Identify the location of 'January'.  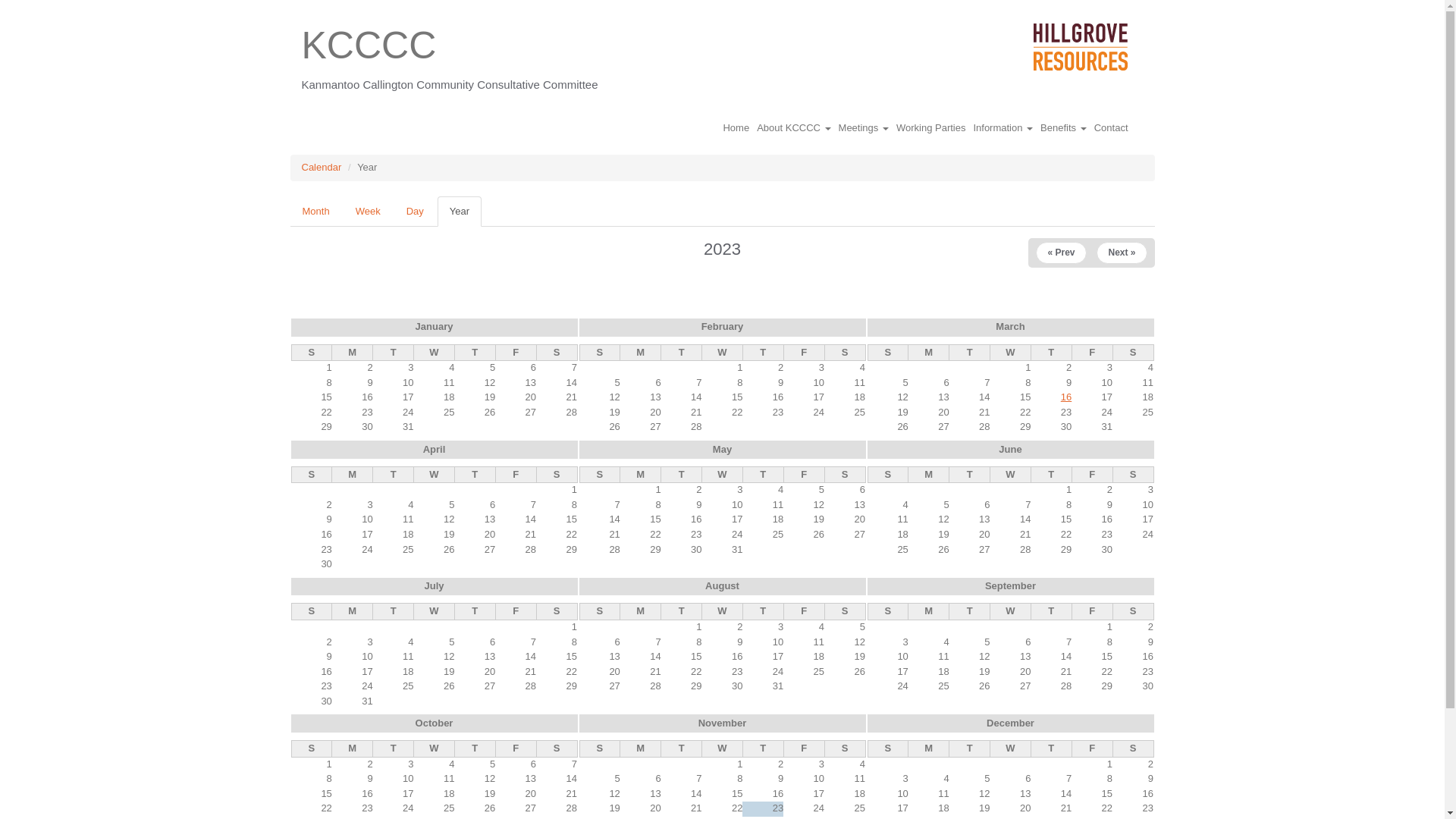
(433, 325).